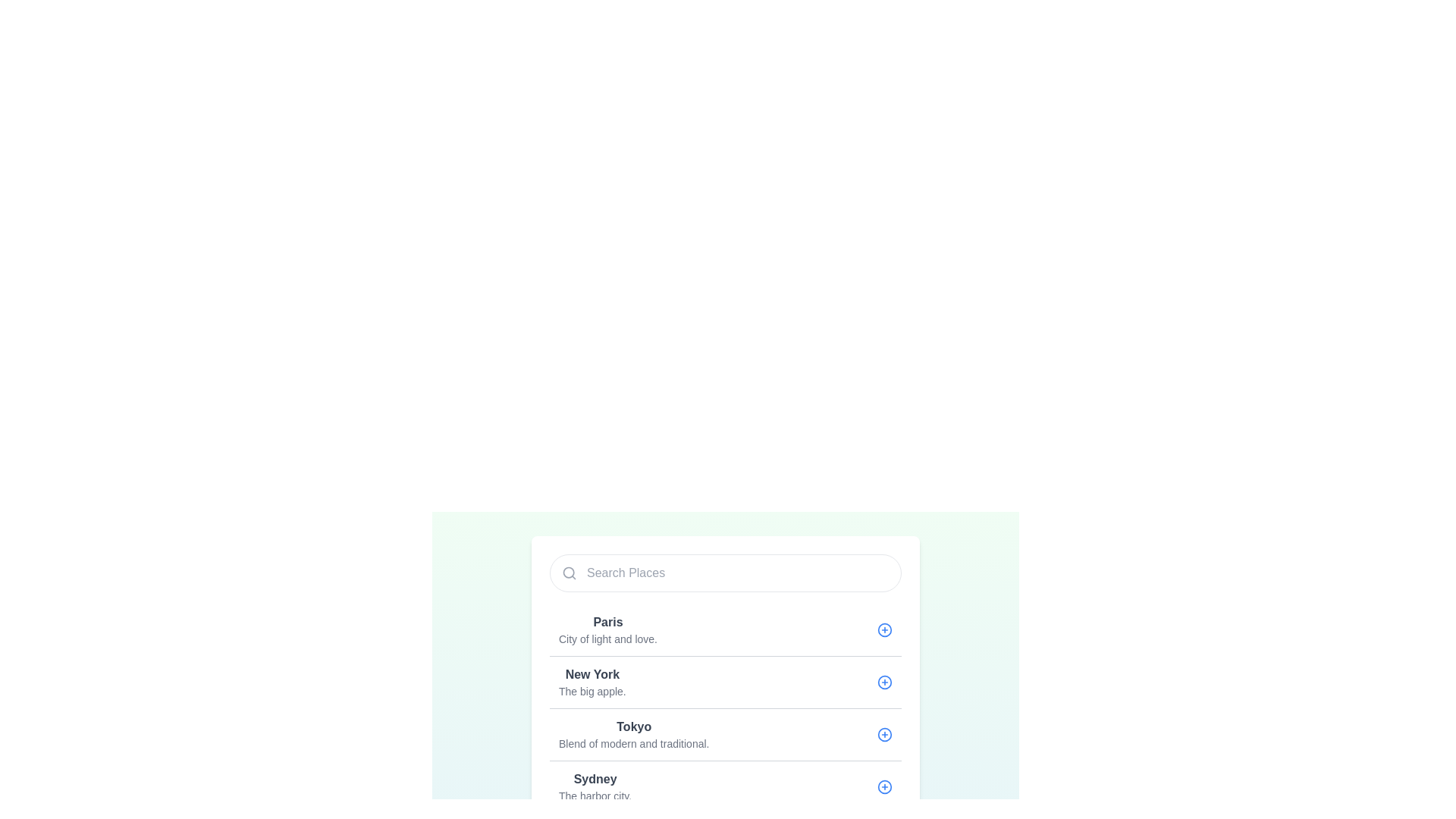 The height and width of the screenshot is (819, 1456). Describe the element at coordinates (884, 786) in the screenshot. I see `the circular icon-based button with a blue outline and a central plus sign, located to the right of the 'Sydney' section in the list` at that location.